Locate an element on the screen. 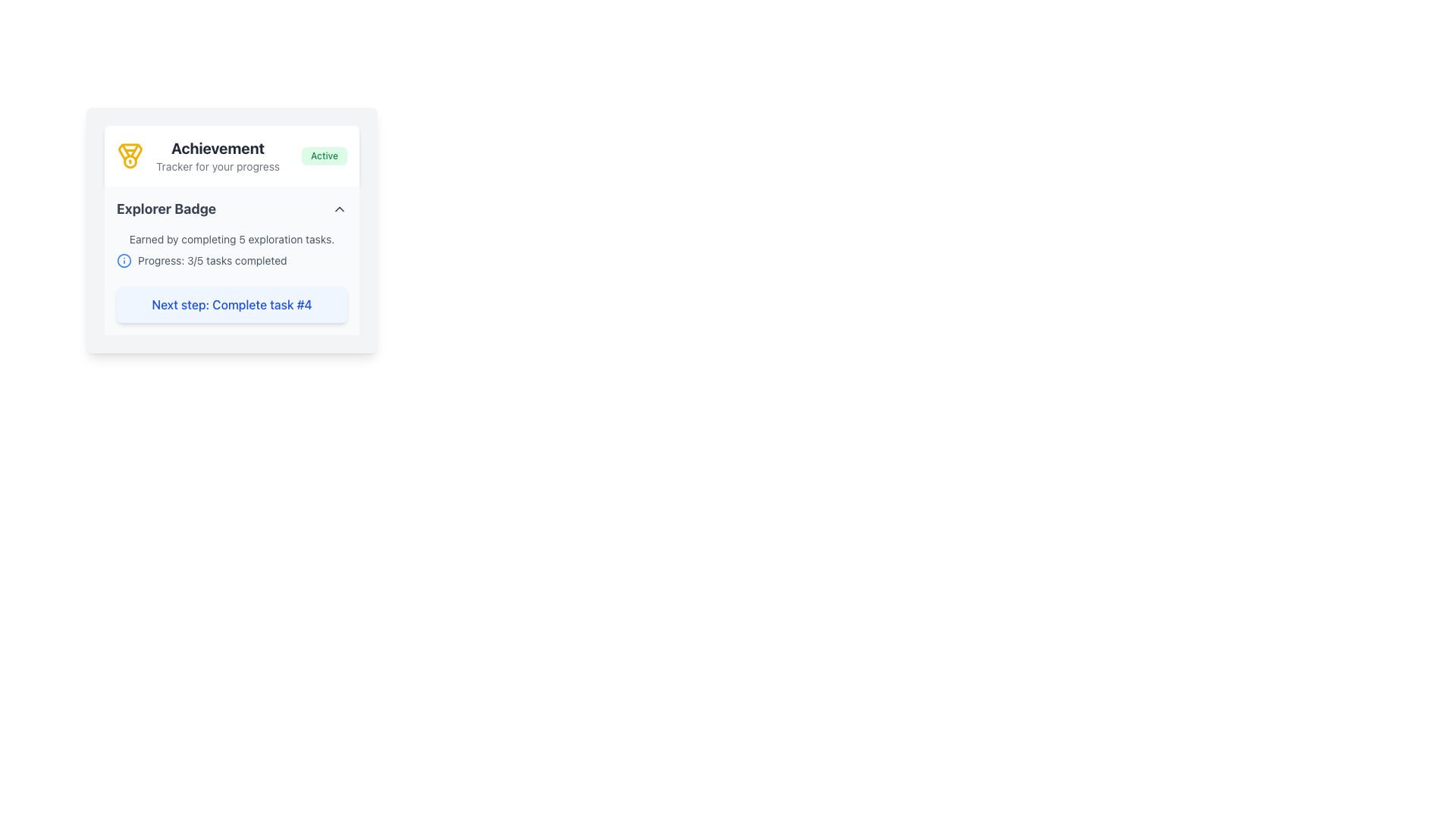 This screenshot has width=1456, height=819. the circular decorative graphic element in the SVG icon, which is part of the progress tracker card located to the left of the 'Progress: 3/5 tasks completed' text is located at coordinates (124, 259).